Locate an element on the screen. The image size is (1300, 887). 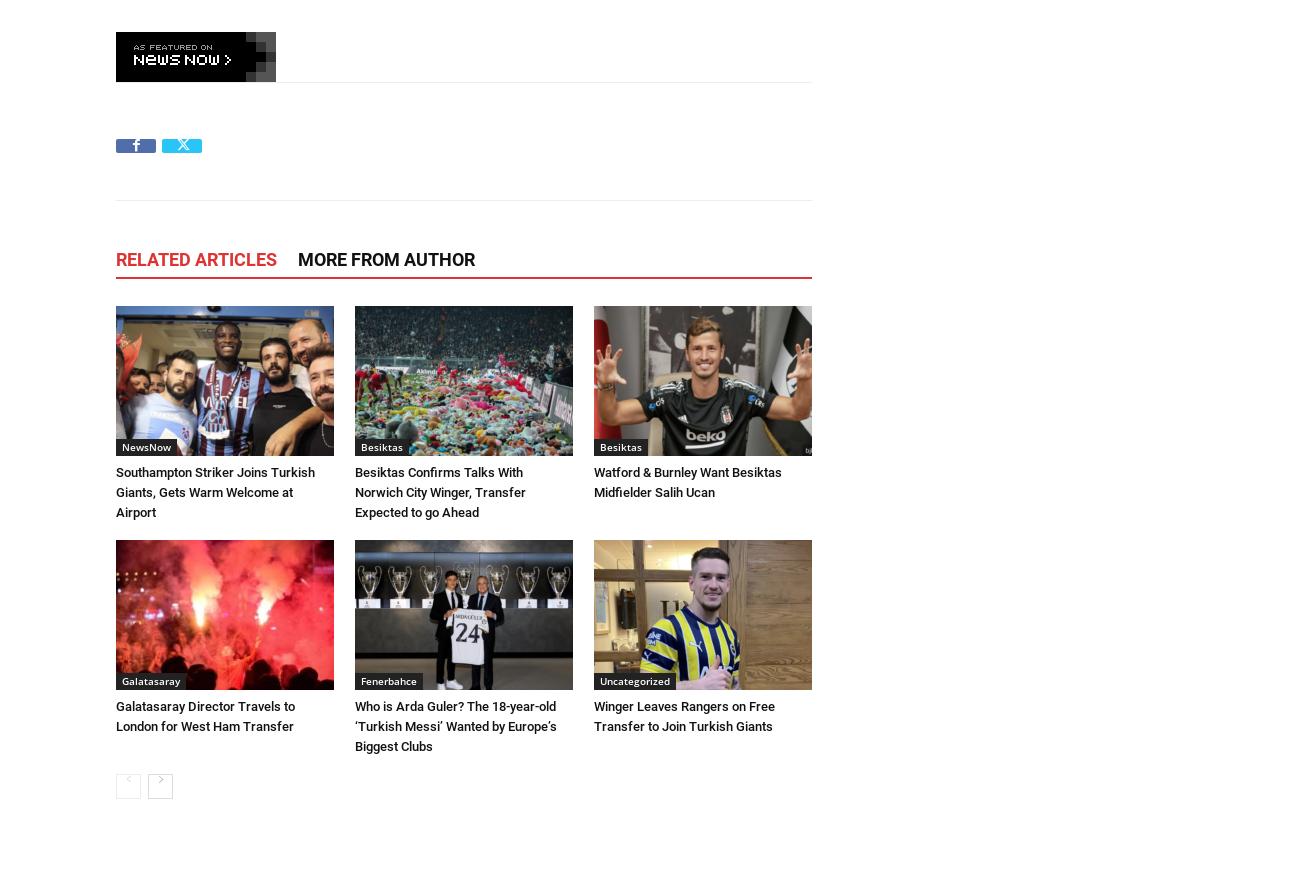
'Southampton Striker Joins Turkish Giants, Gets Warm Welcome at Airport' is located at coordinates (215, 491).